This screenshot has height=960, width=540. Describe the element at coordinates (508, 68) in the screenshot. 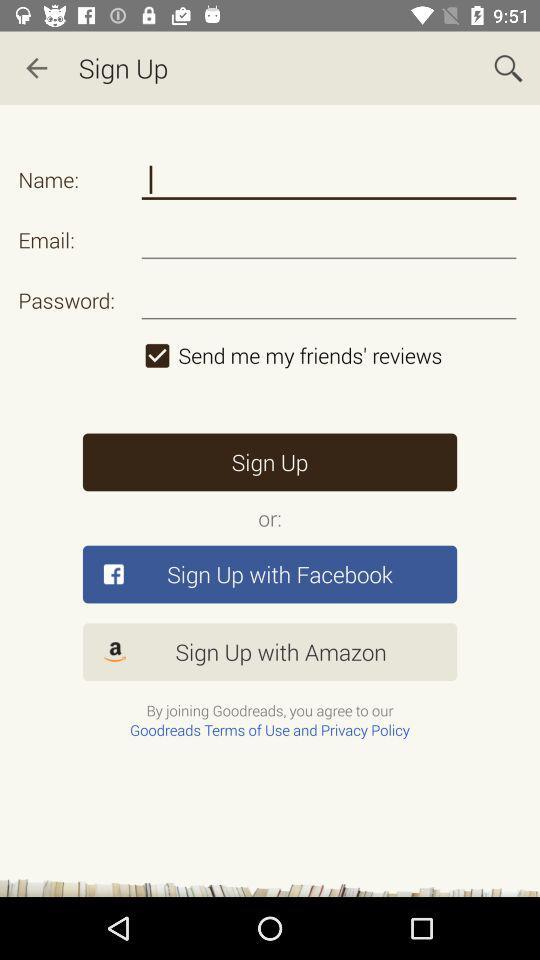

I see `item at the top right corner` at that location.